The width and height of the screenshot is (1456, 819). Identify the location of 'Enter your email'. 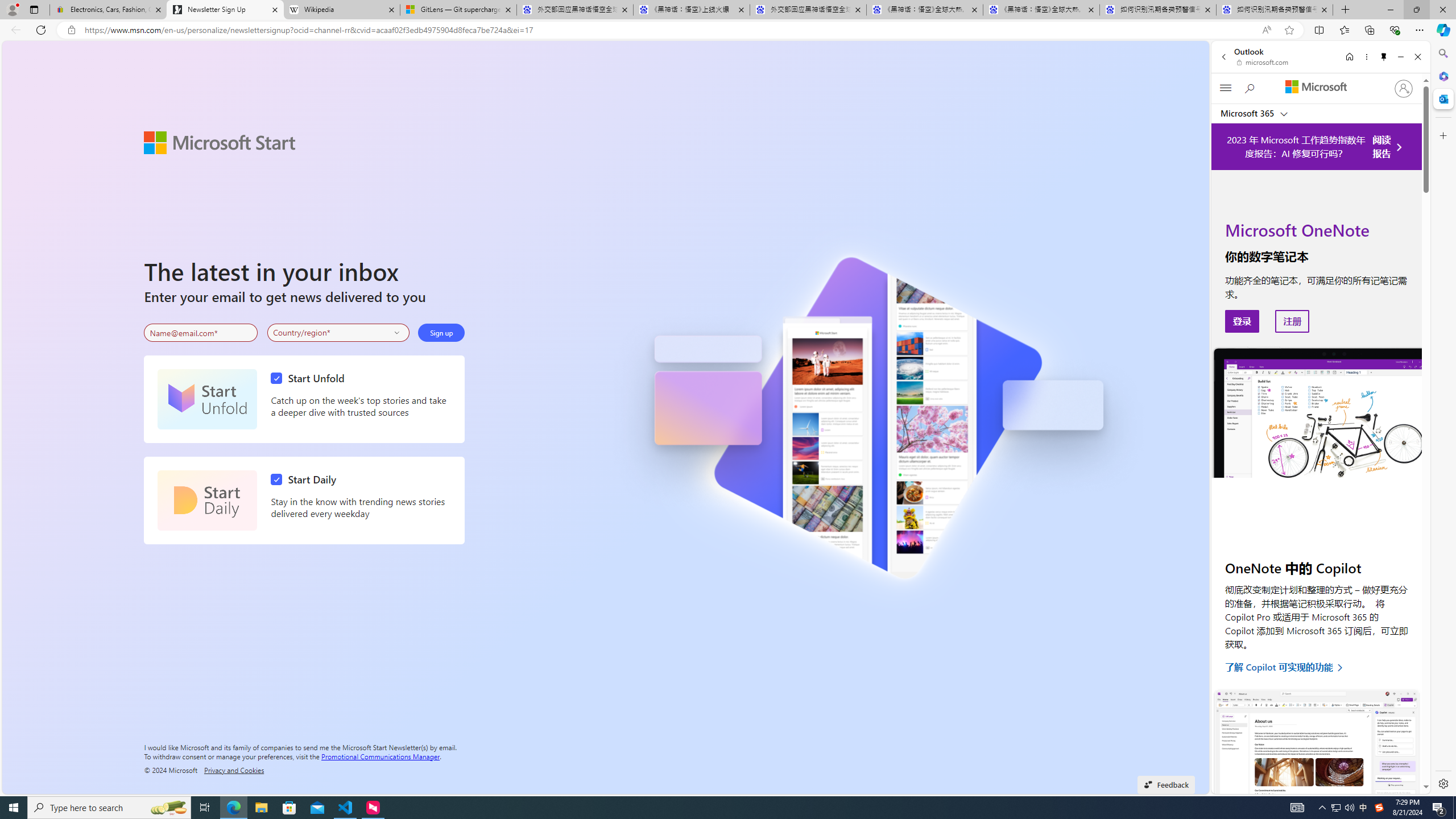
(200, 333).